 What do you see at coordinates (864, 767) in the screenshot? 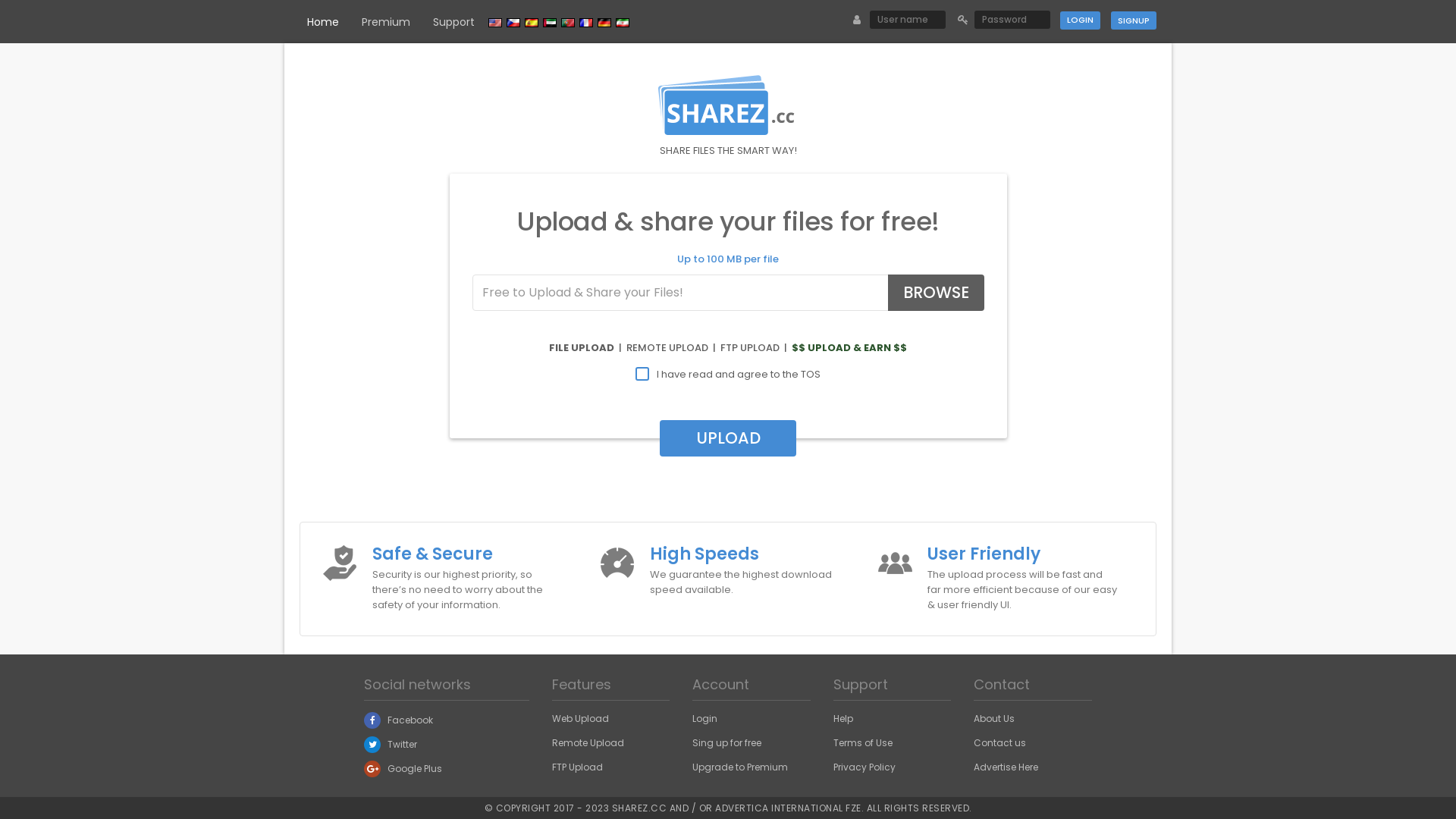
I see `'Privacy Policy'` at bounding box center [864, 767].